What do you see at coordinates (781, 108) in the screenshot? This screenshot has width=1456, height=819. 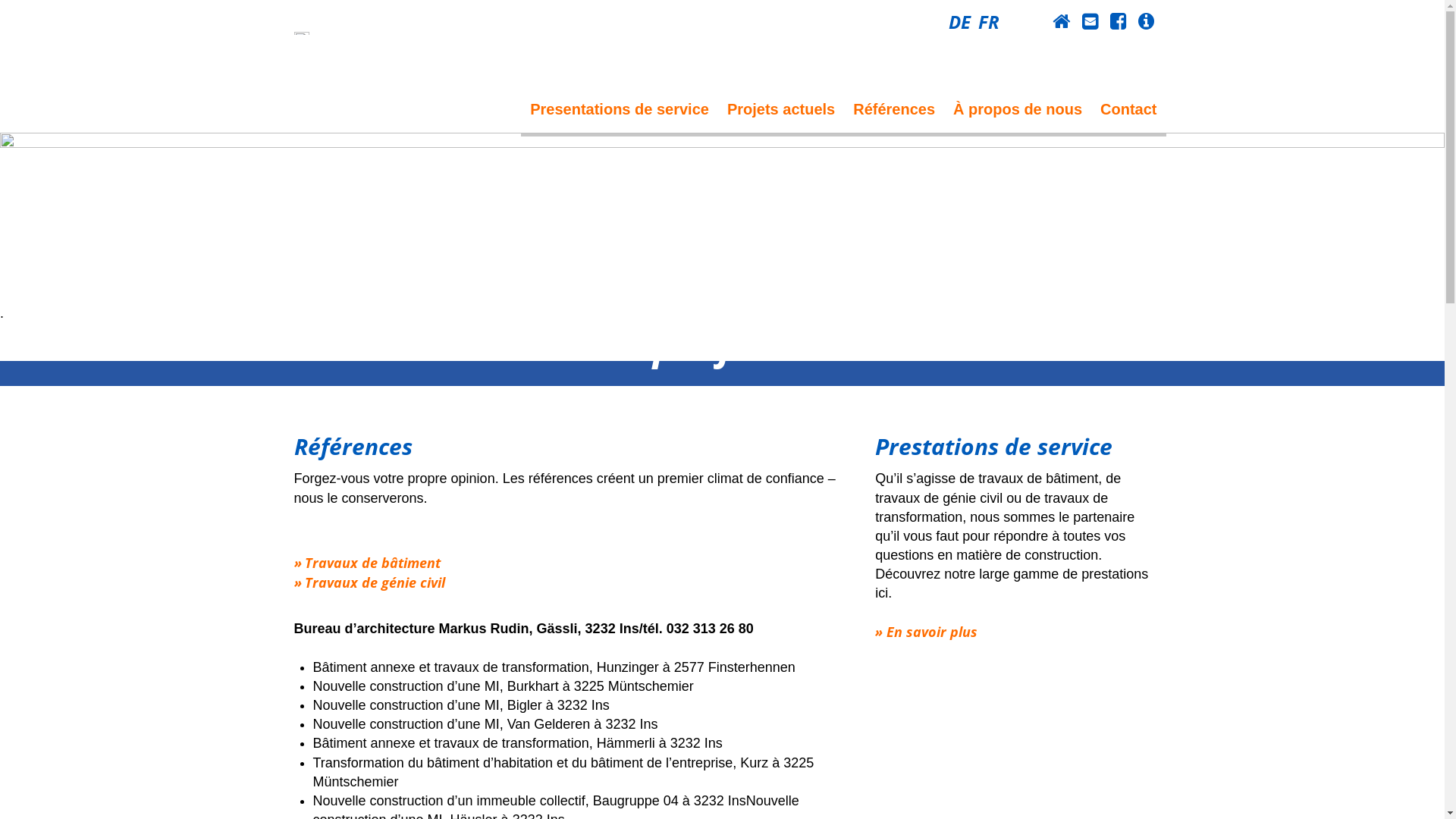 I see `'Projets actuels'` at bounding box center [781, 108].